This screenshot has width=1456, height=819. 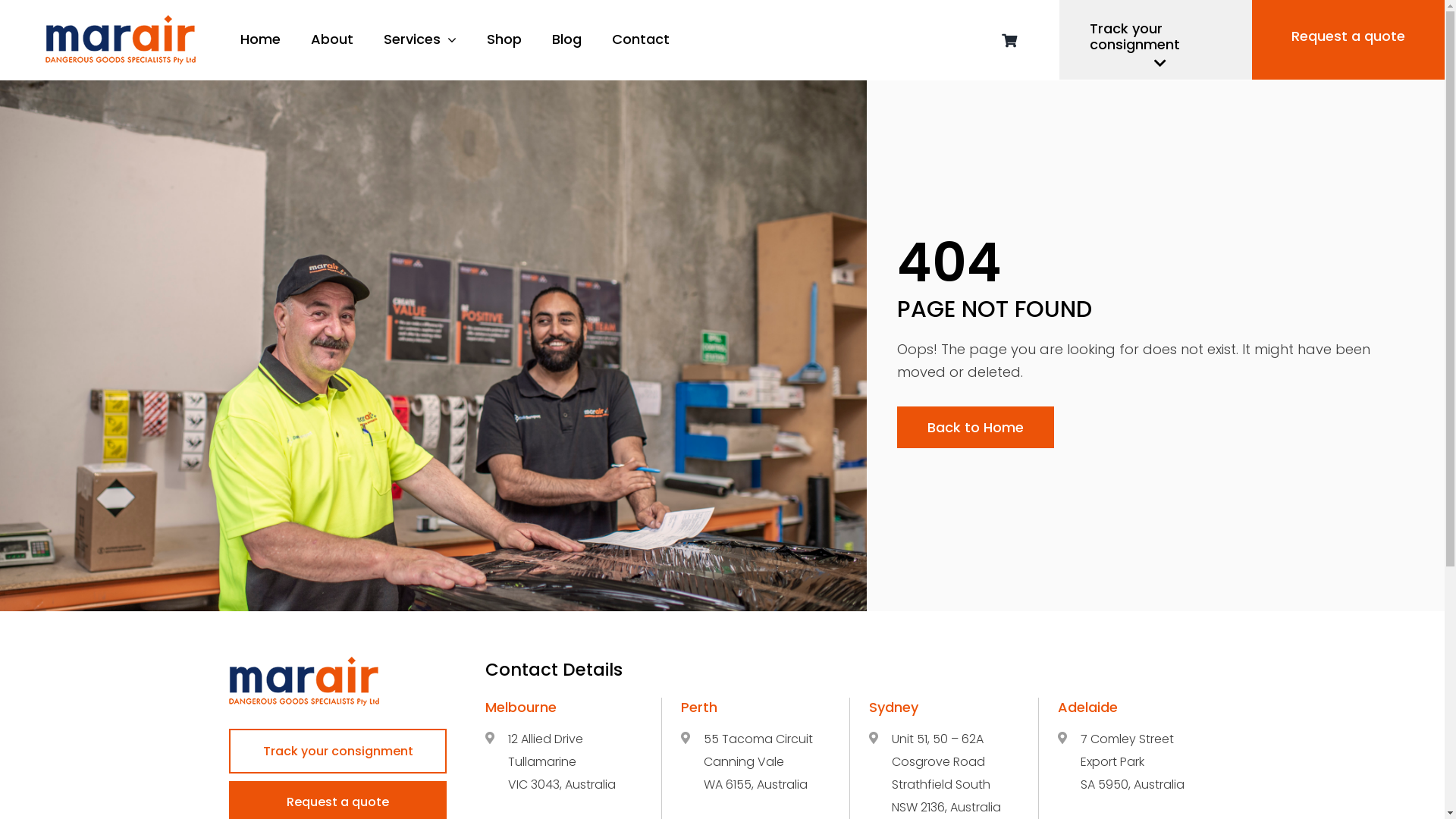 I want to click on 'Contact', so click(x=611, y=39).